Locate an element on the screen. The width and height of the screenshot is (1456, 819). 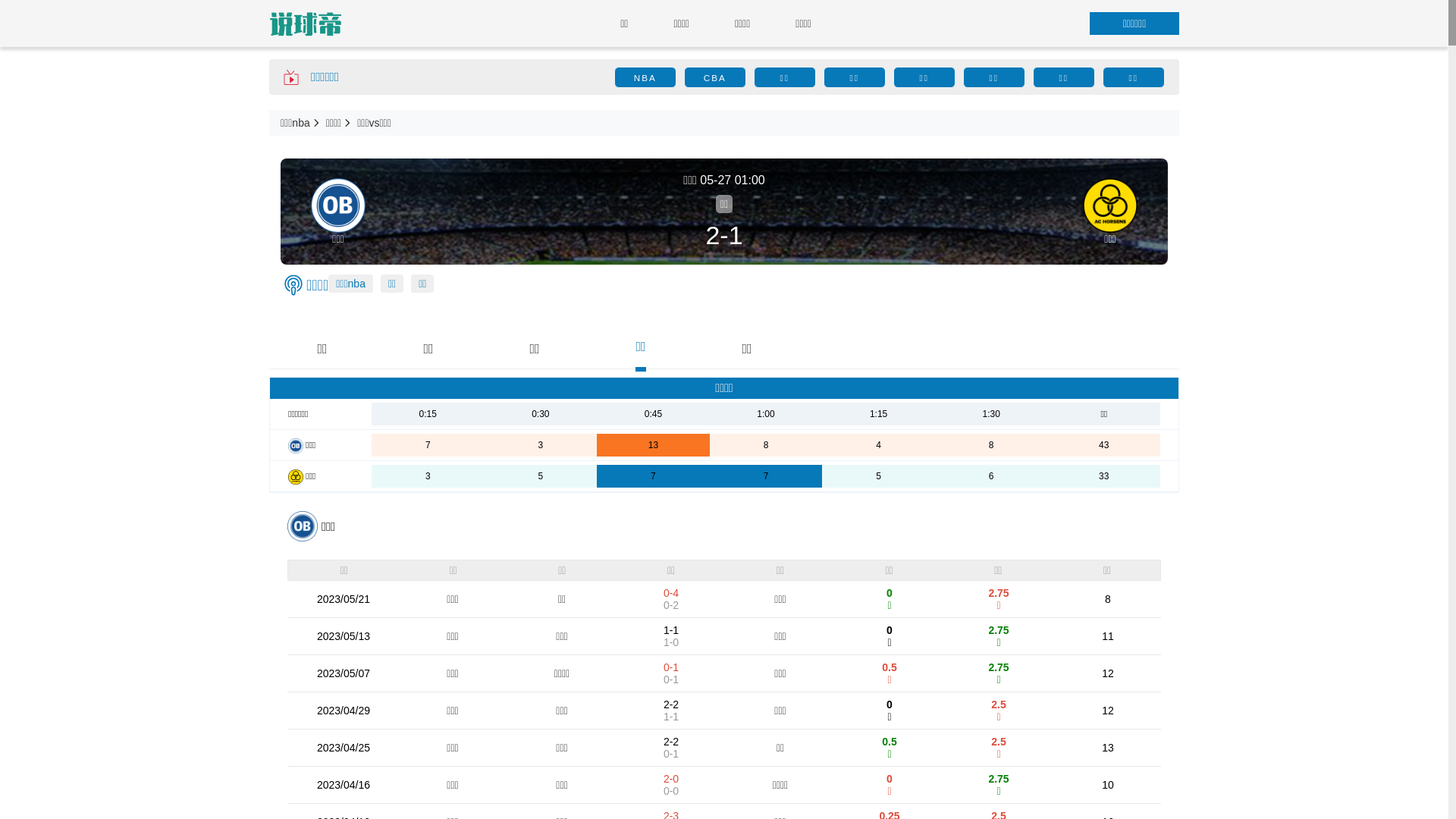
'CBA' is located at coordinates (714, 77).